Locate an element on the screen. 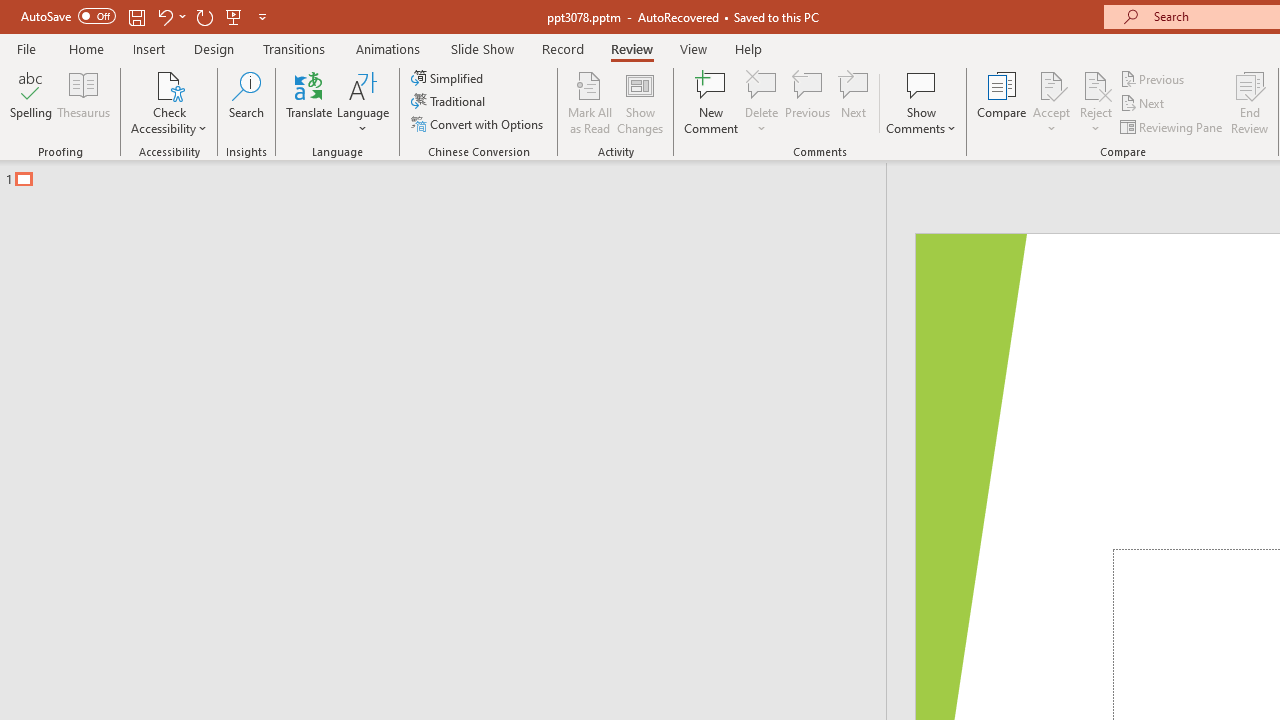 This screenshot has height=720, width=1280. 'Reject Change' is located at coordinates (1095, 84).